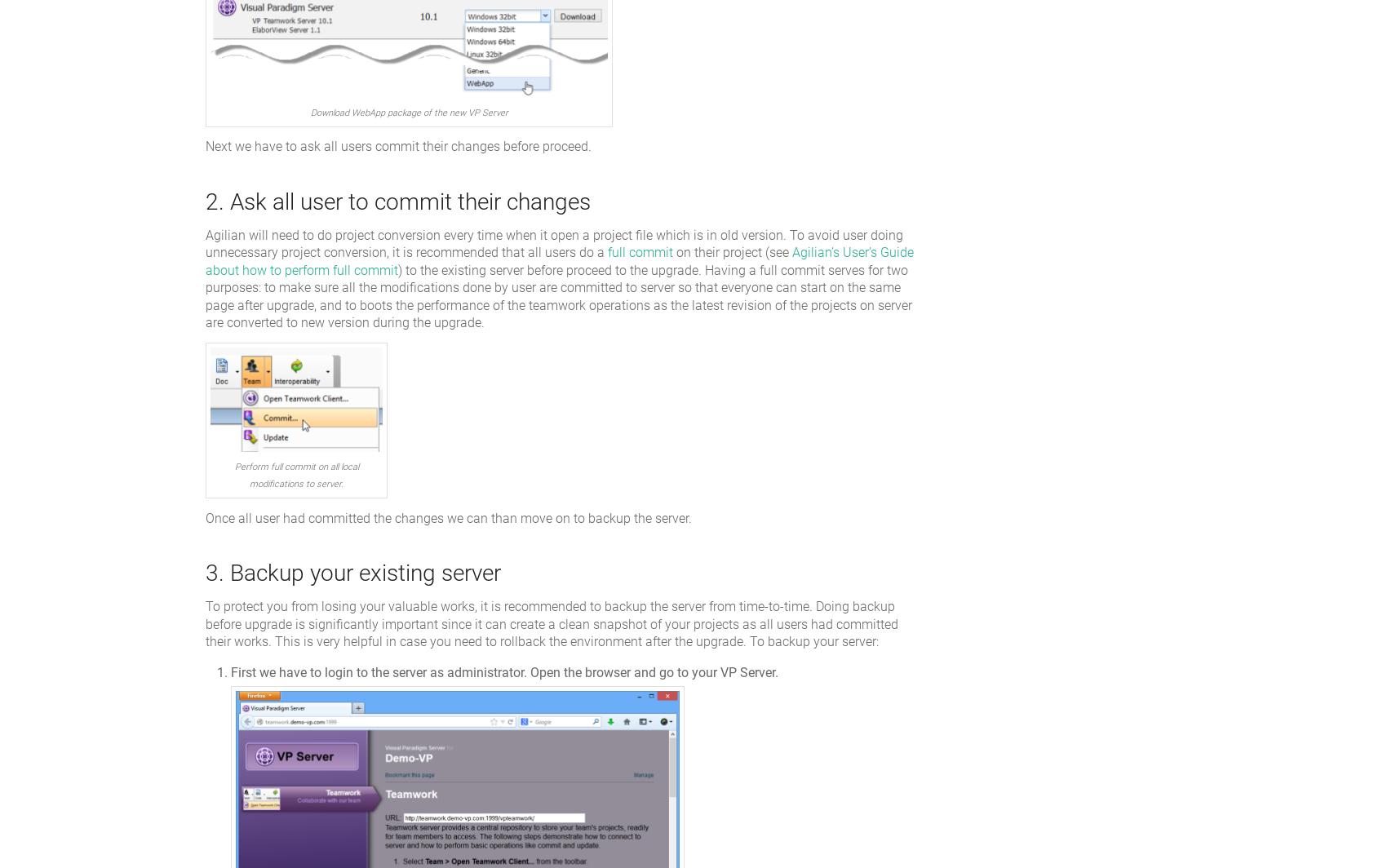 The width and height of the screenshot is (1374, 868). What do you see at coordinates (560, 261) in the screenshot?
I see `'Agilian’s User’s Guide about how to perform full commit'` at bounding box center [560, 261].